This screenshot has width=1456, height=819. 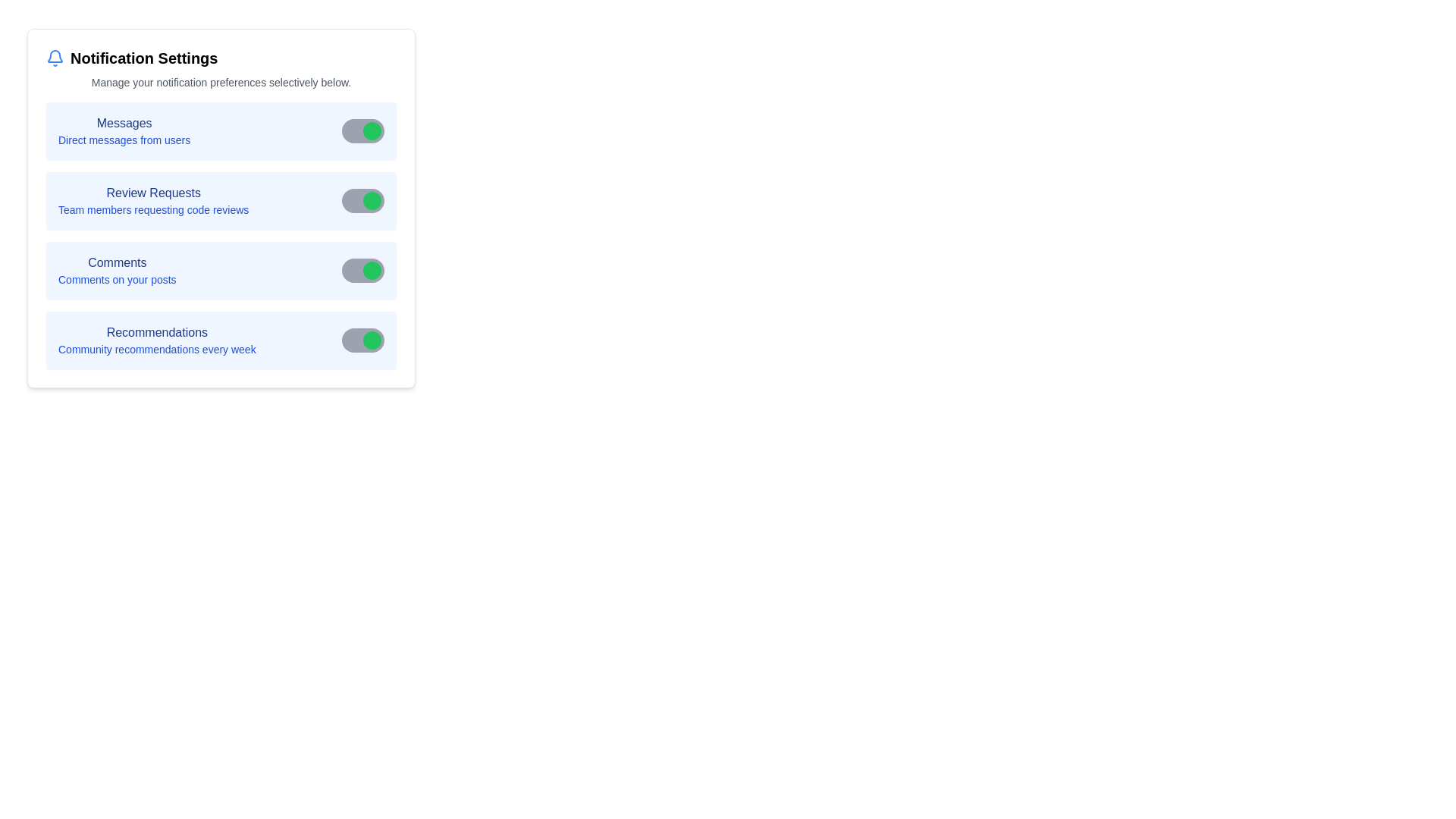 I want to click on the notification settings icon located adjacent to the 'Notification Settings' header in the top-left corner of the interface, so click(x=55, y=55).